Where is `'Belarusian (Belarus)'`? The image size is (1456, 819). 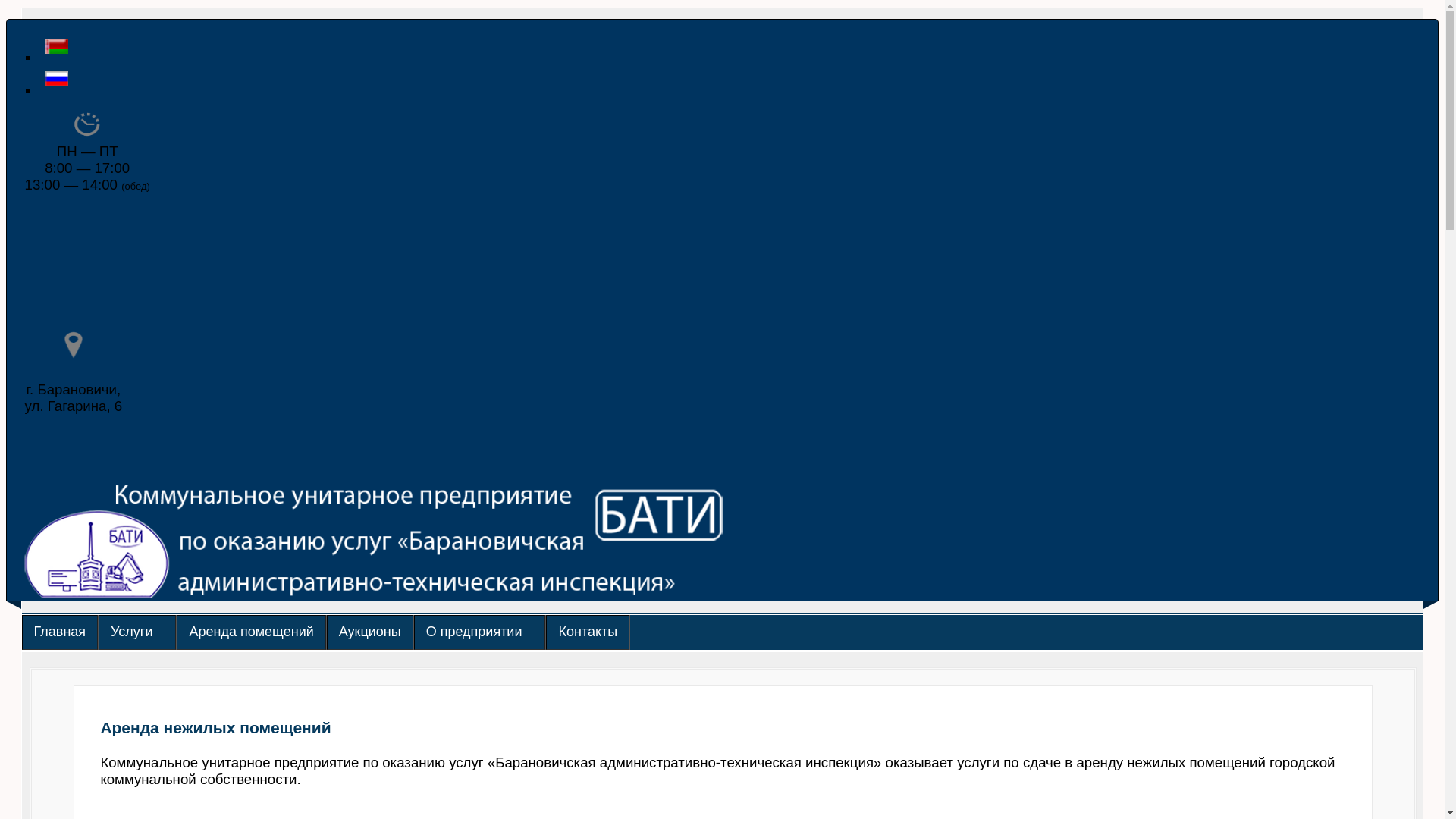
'Belarusian (Belarus)' is located at coordinates (45, 45).